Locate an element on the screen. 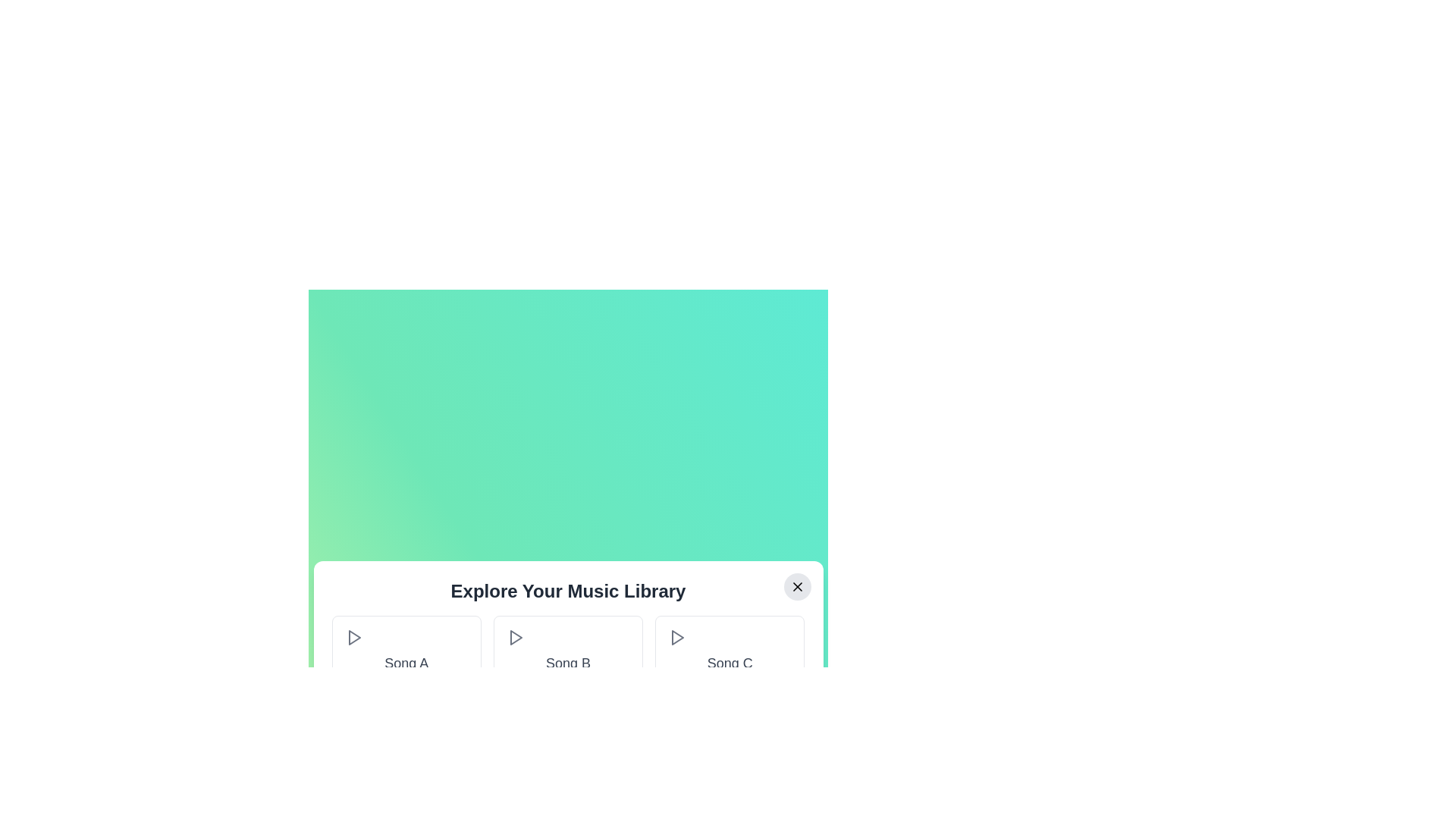  the song title Song A for inspection is located at coordinates (406, 663).